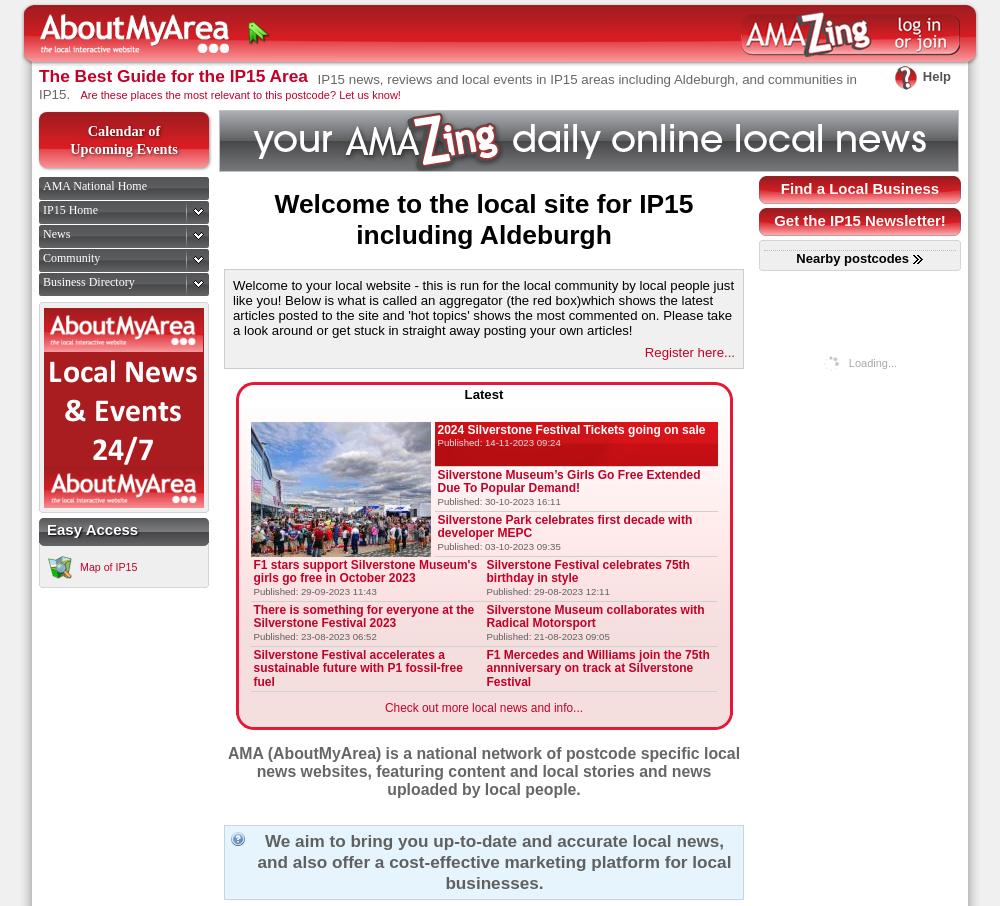 The image size is (1000, 906). What do you see at coordinates (493, 859) in the screenshot?
I see `'We aim to bring you up-to-date and accurate local news, and also offer a cost-effective marketing platform for local businesses.'` at bounding box center [493, 859].